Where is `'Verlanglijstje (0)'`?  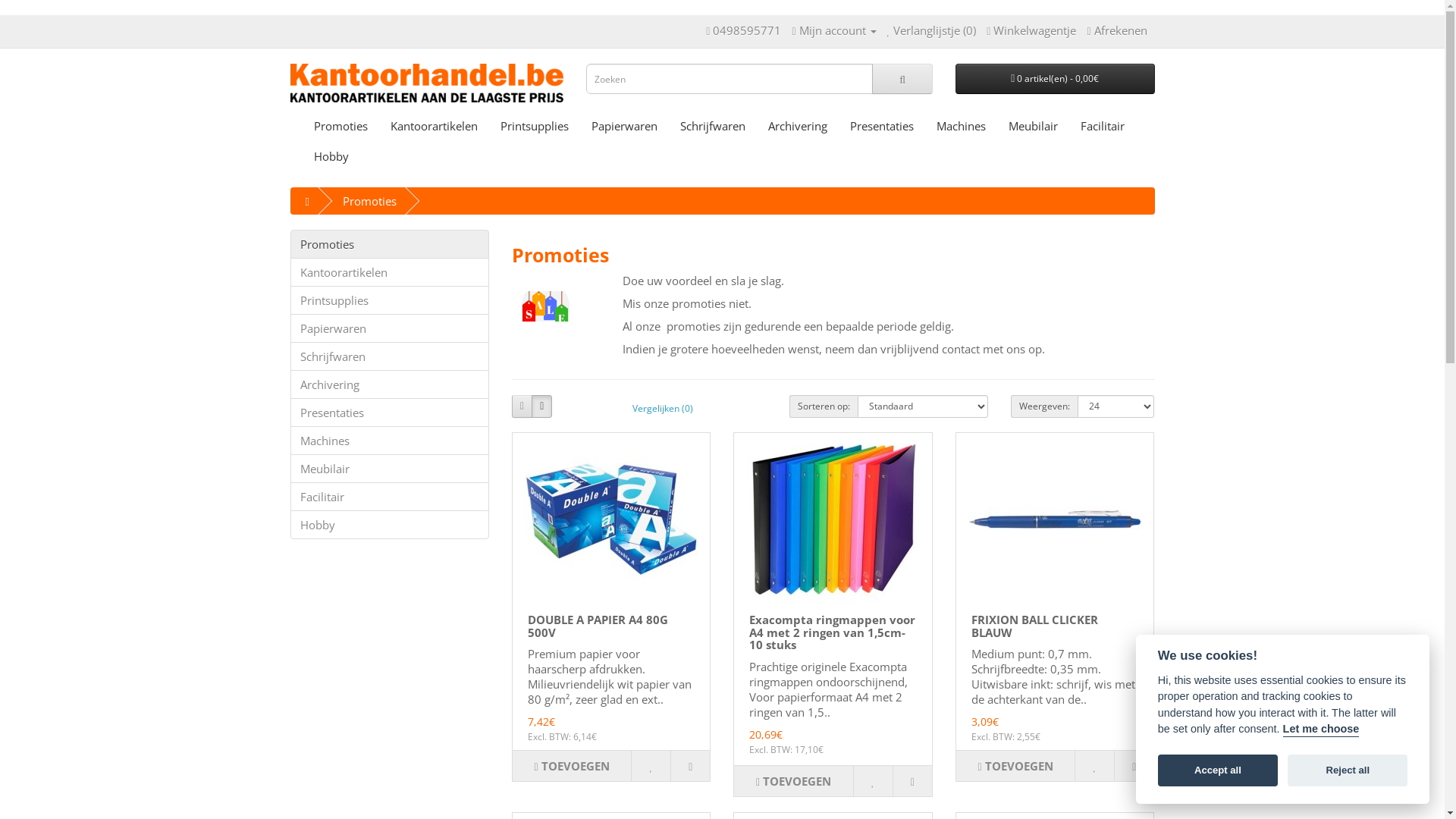
'Verlanglijstje (0)' is located at coordinates (930, 30).